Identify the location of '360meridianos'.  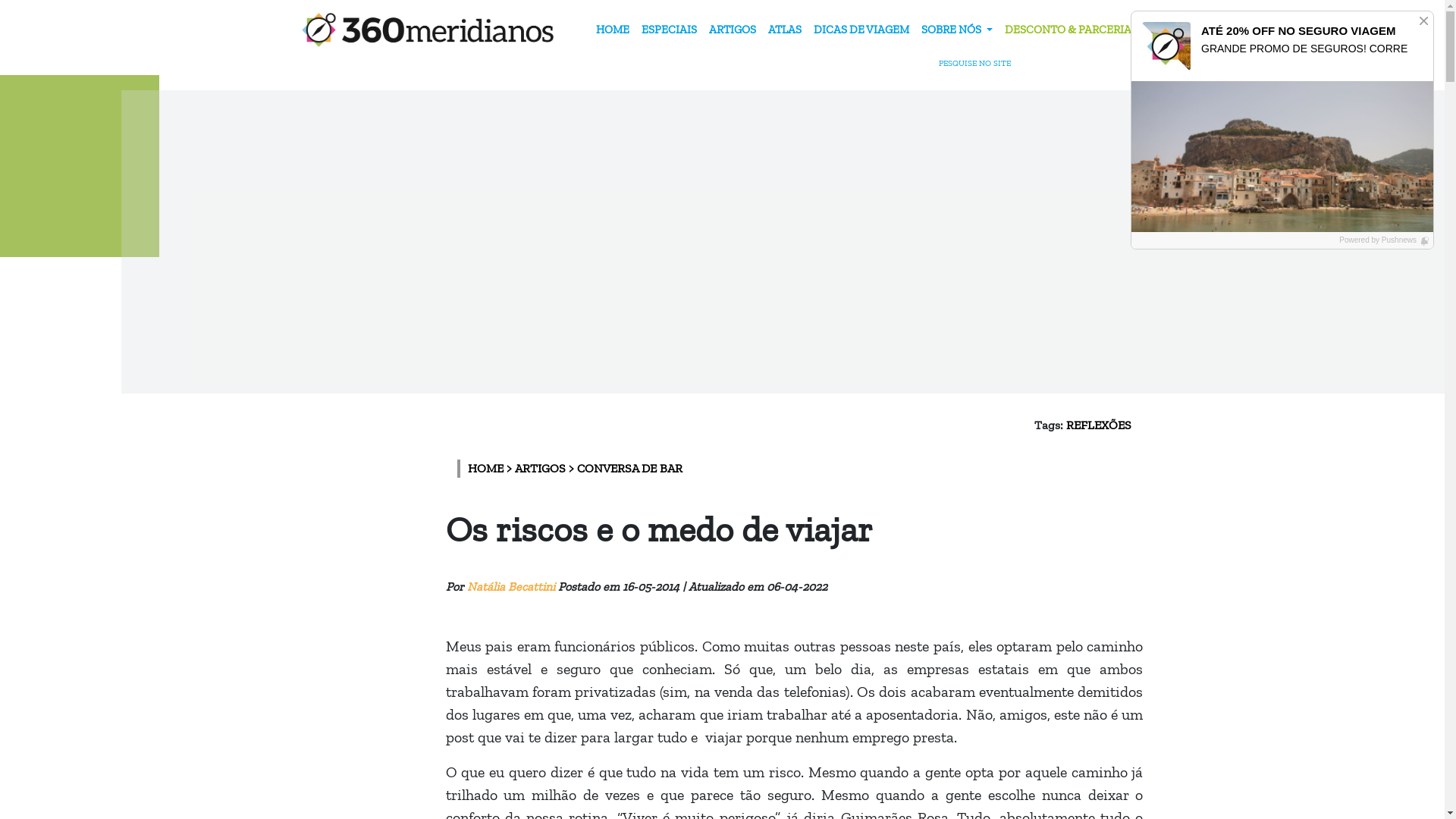
(427, 30).